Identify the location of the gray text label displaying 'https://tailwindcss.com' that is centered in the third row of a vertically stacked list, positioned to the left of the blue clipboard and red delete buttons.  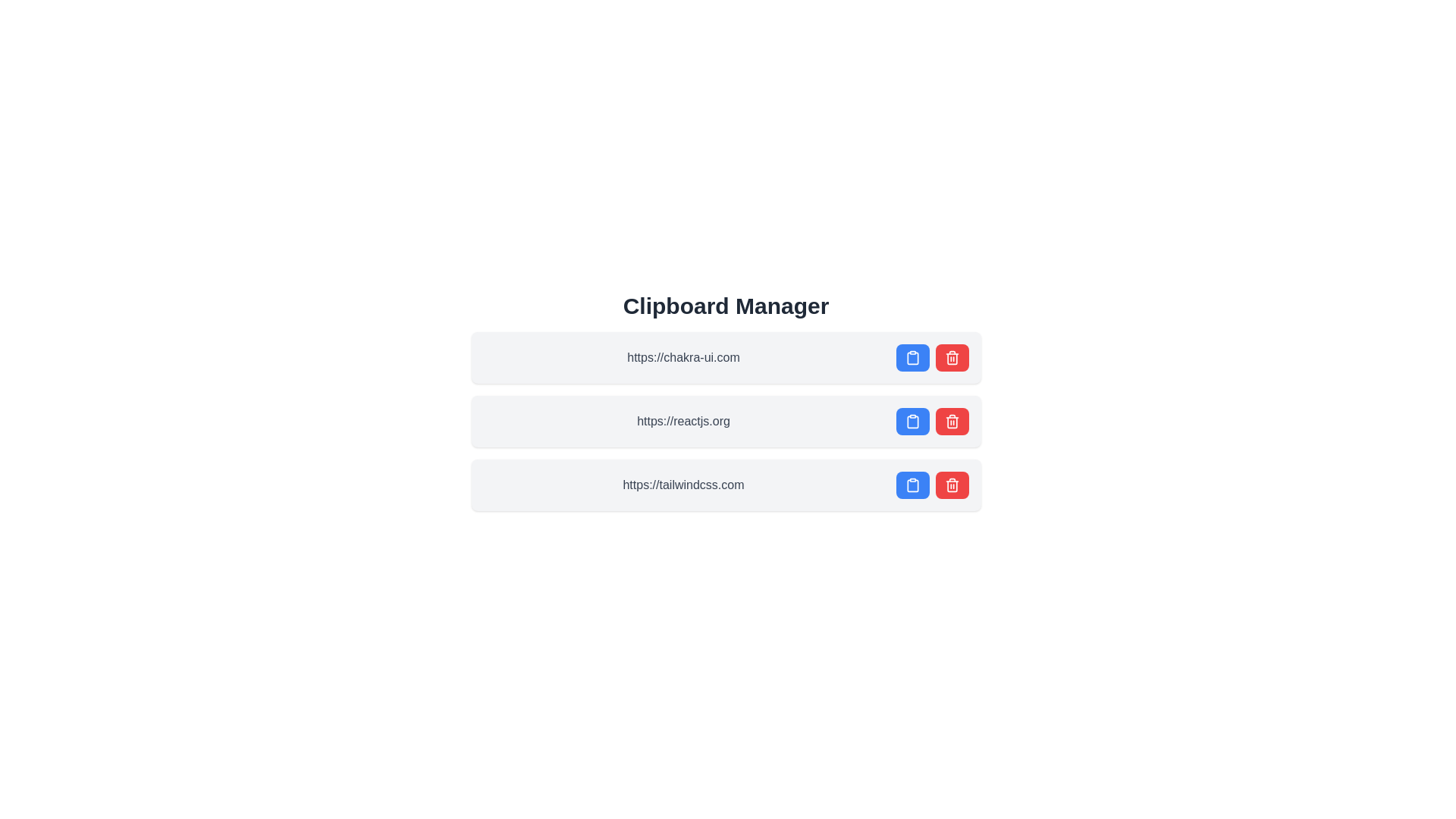
(682, 485).